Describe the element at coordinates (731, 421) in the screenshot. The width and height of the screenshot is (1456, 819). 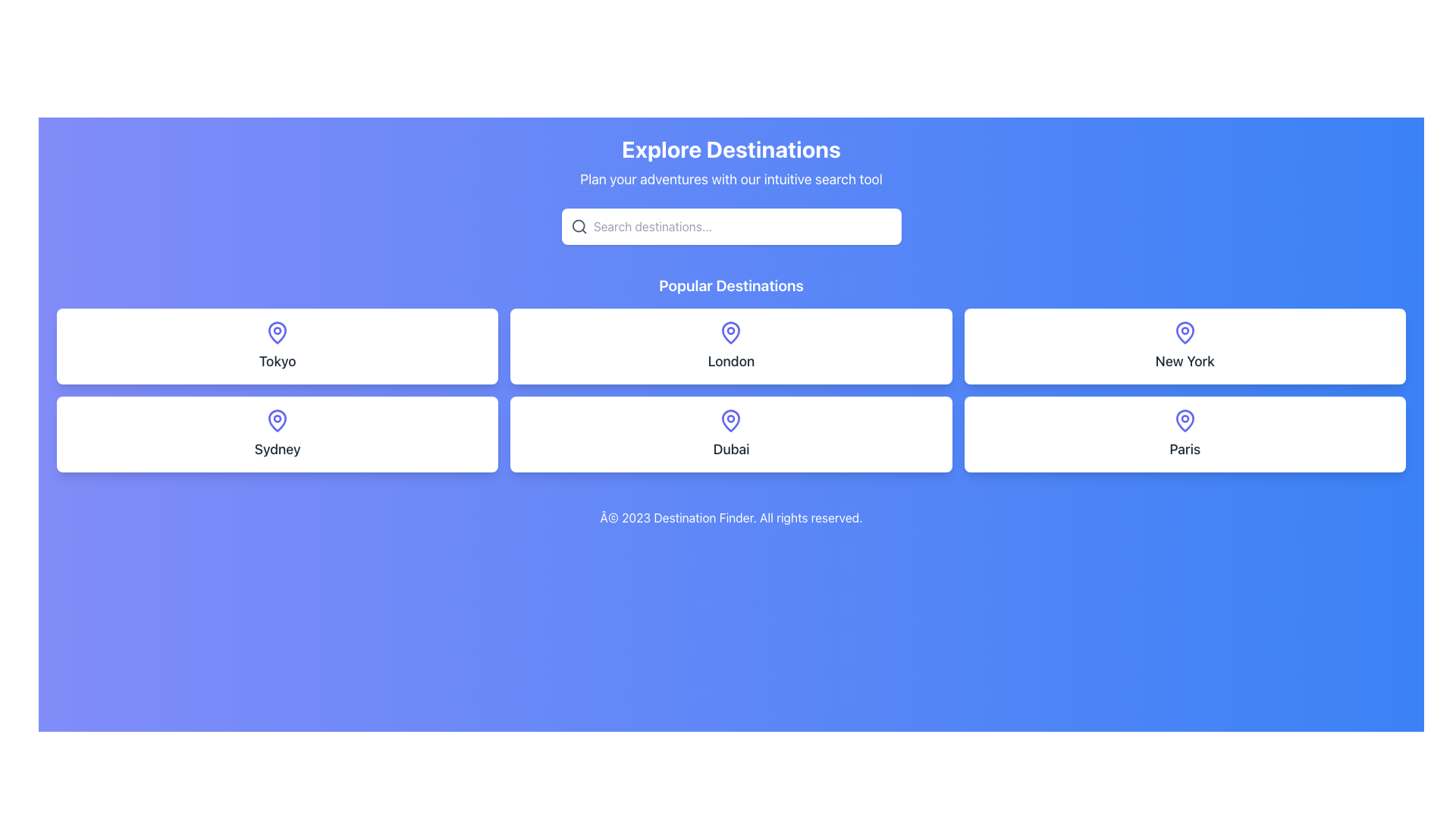
I see `the indigo map pin icon located at the top center of the 'Dubai' card` at that location.